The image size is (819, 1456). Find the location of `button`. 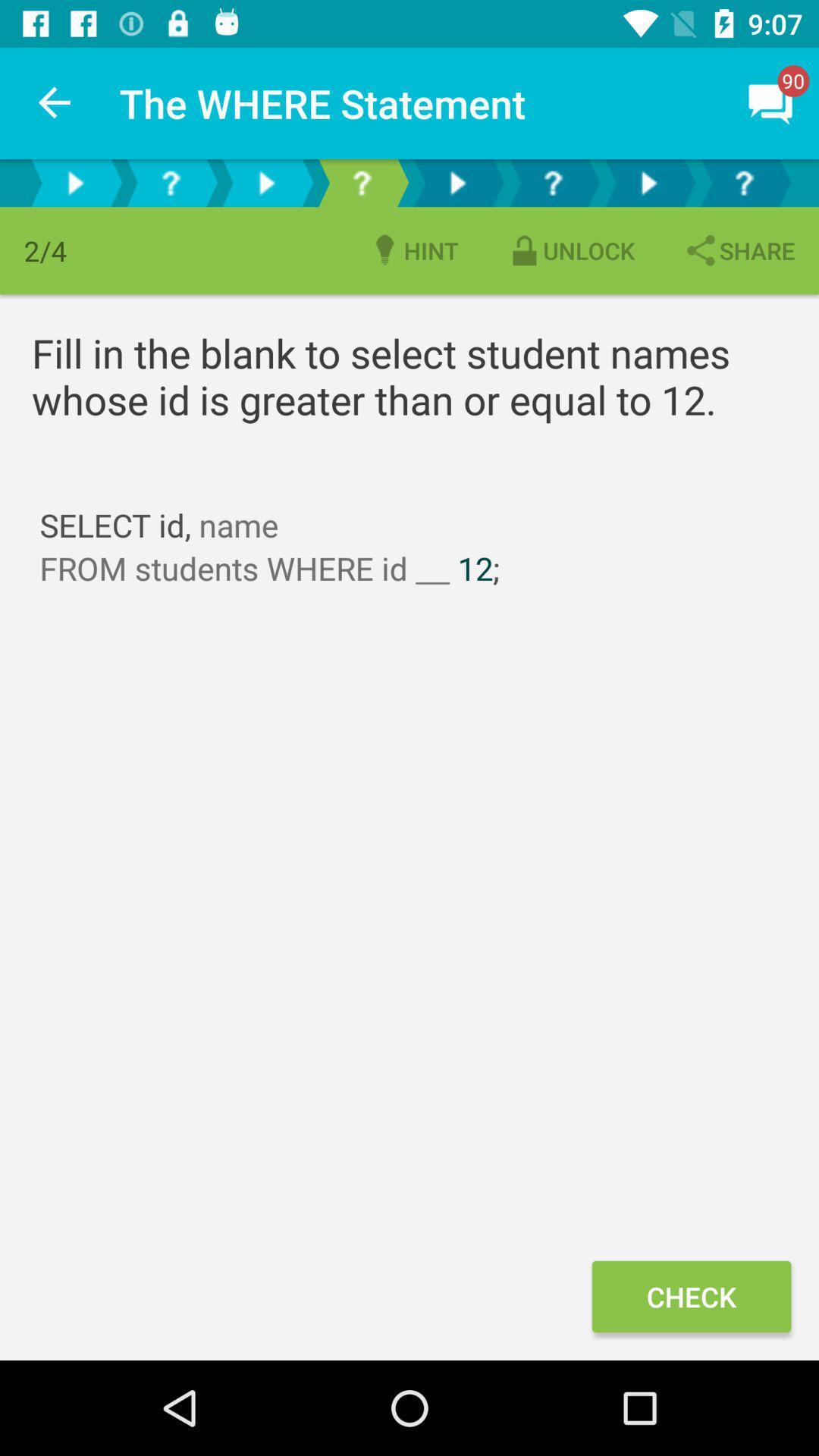

button is located at coordinates (456, 182).